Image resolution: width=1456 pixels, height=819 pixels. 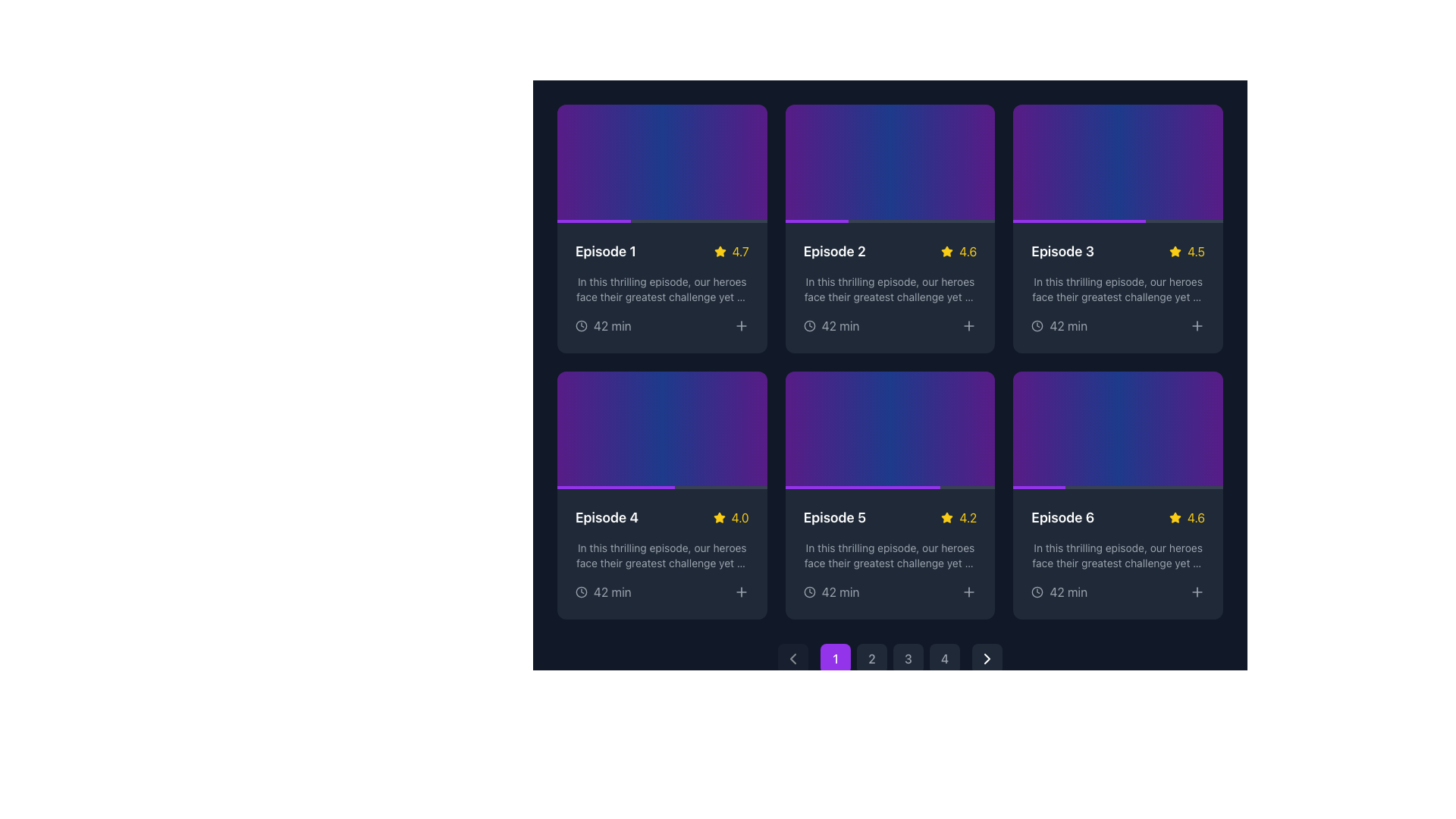 What do you see at coordinates (581, 591) in the screenshot?
I see `the Icon that visually indicates the duration of Episode 4, labeled '42 min', located at the bottom left of the Episode 4 card` at bounding box center [581, 591].